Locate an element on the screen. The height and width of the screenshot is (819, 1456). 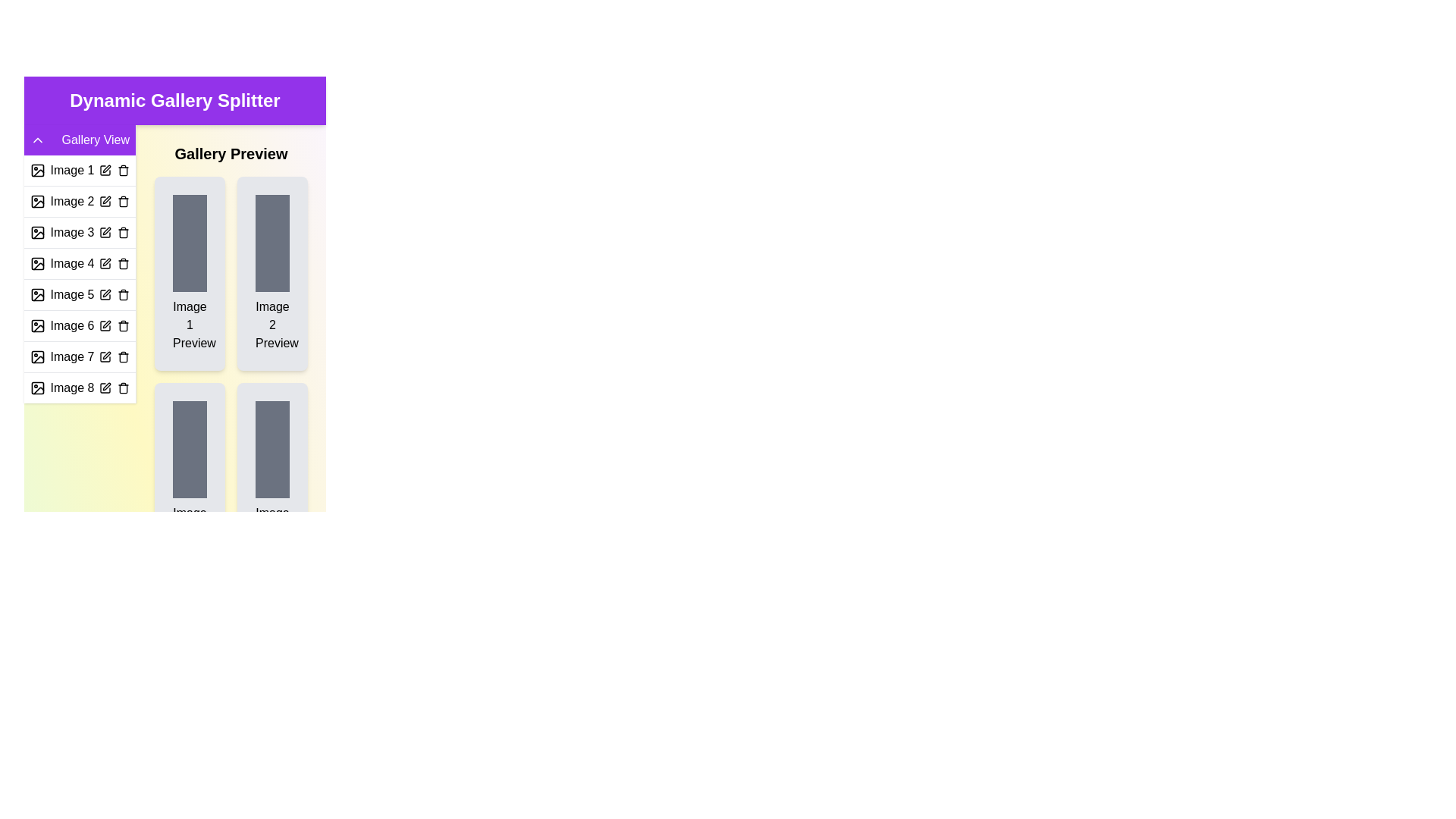
the image preview card for 'Image 1' located in the first row and first column of the 'Gallery Preview' section is located at coordinates (189, 274).